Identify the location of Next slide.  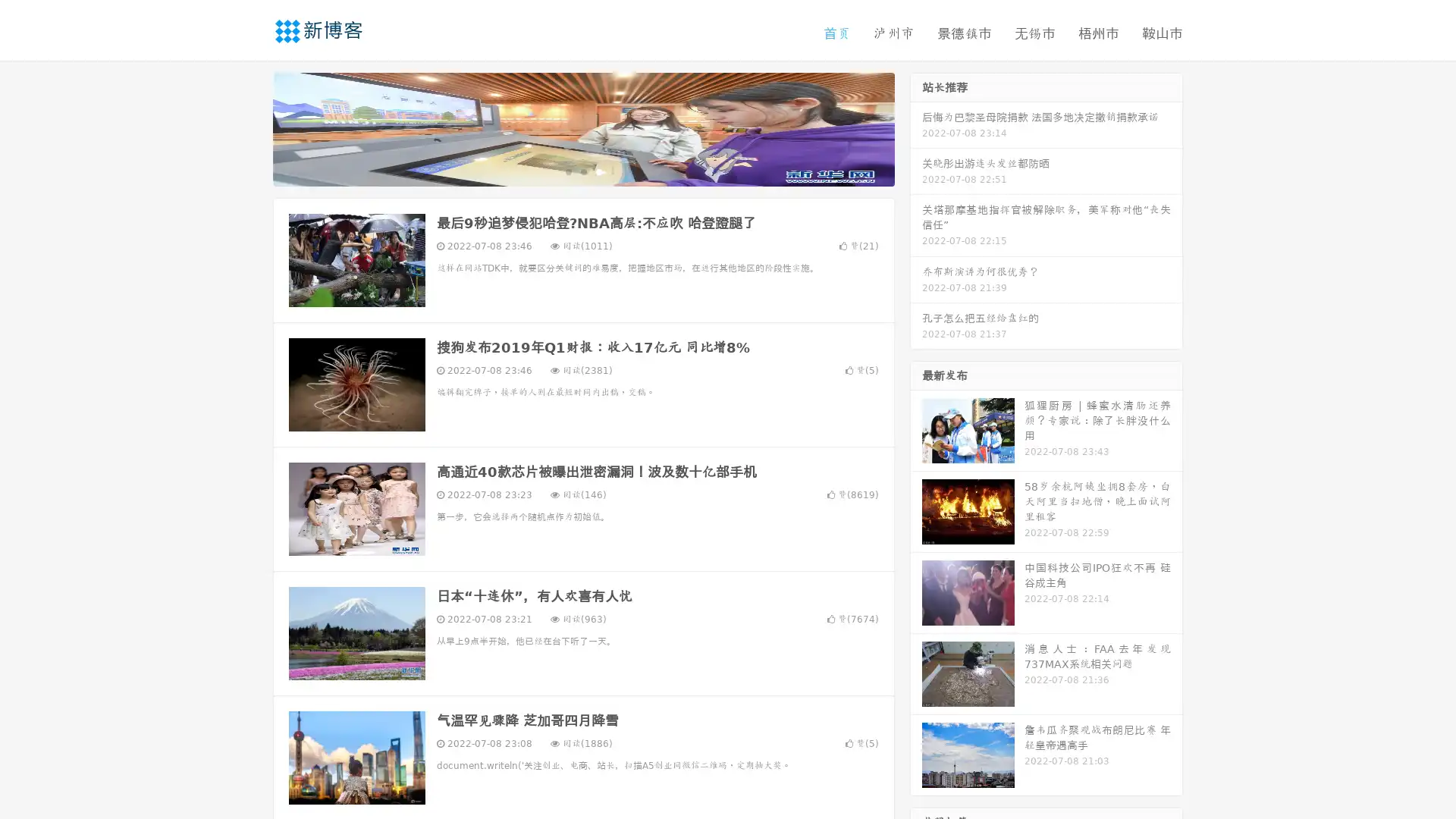
(916, 127).